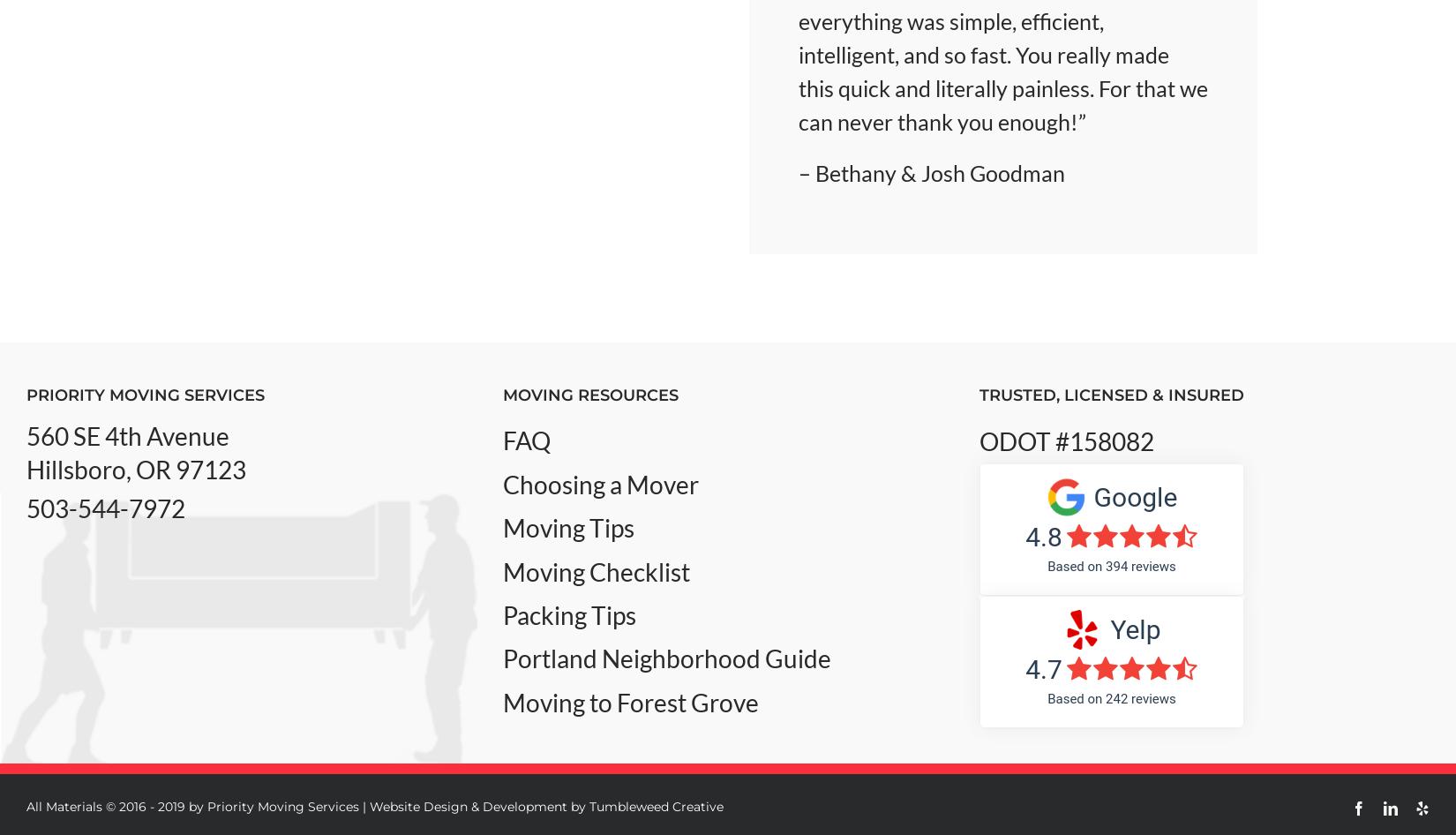 This screenshot has width=1456, height=835. What do you see at coordinates (1134, 628) in the screenshot?
I see `'Yelp'` at bounding box center [1134, 628].